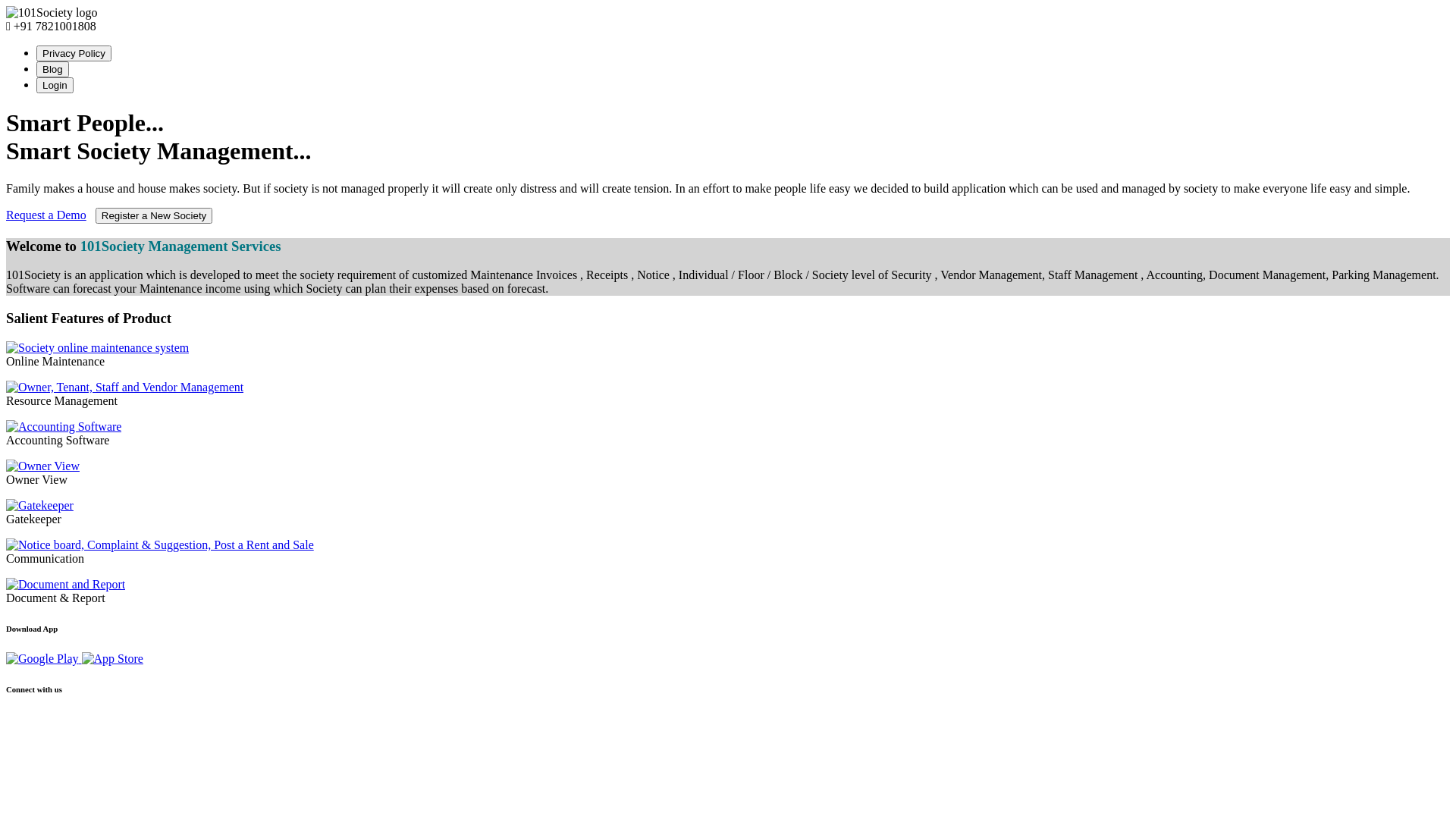 This screenshot has width=1456, height=819. What do you see at coordinates (6, 427) in the screenshot?
I see `'Accounting Software'` at bounding box center [6, 427].